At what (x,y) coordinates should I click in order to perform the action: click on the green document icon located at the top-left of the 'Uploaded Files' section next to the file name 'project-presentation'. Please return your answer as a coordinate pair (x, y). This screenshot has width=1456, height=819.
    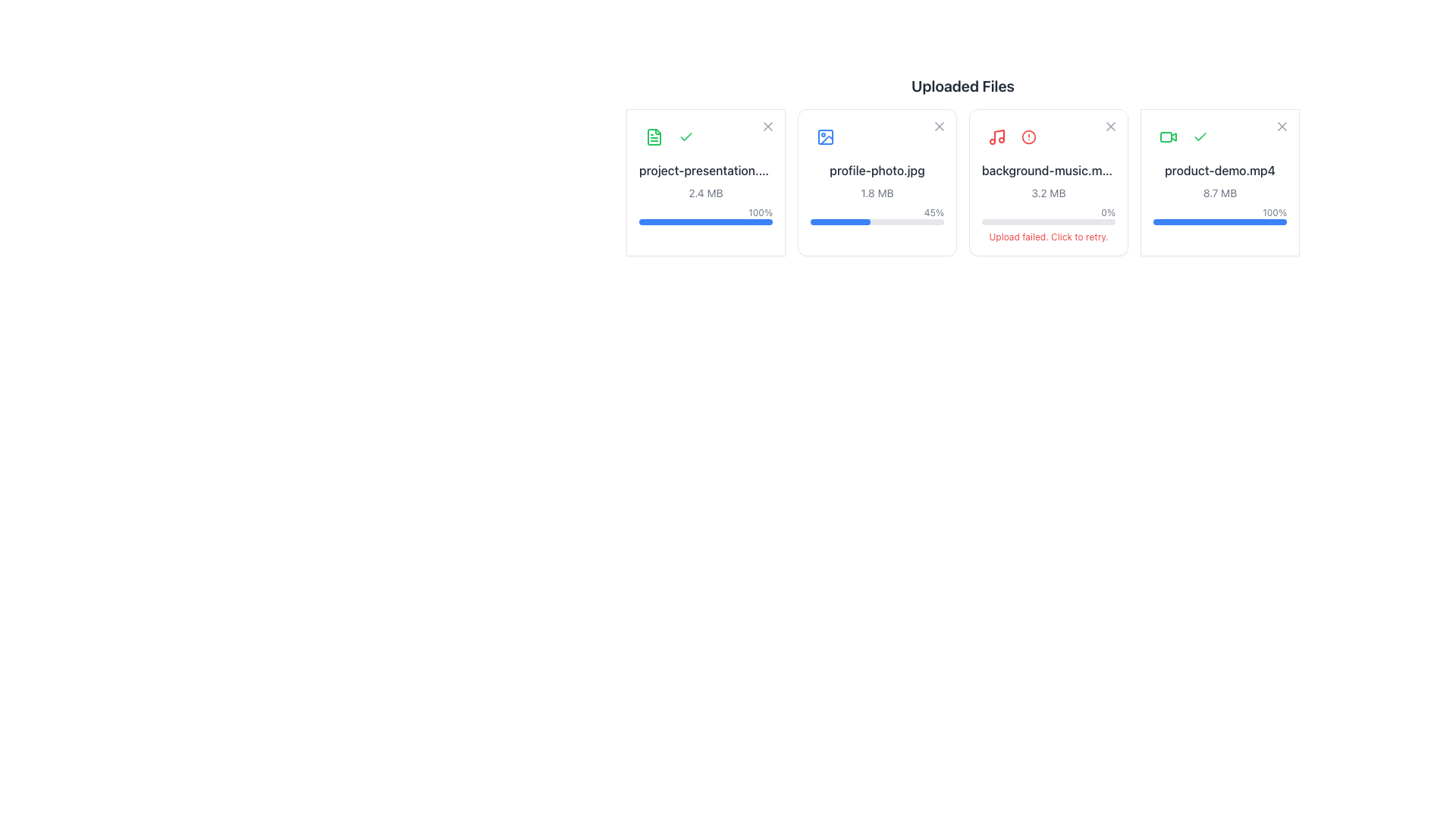
    Looking at the image, I should click on (654, 137).